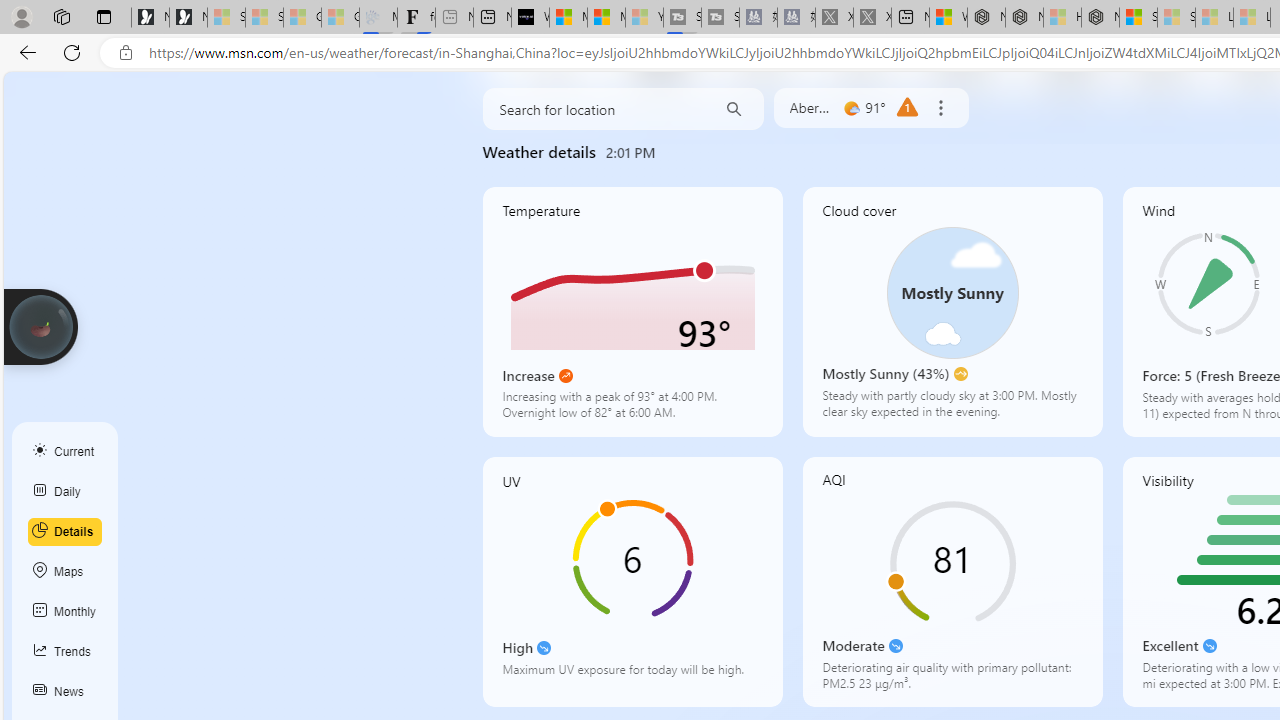  Describe the element at coordinates (65, 530) in the screenshot. I see `'Details'` at that location.